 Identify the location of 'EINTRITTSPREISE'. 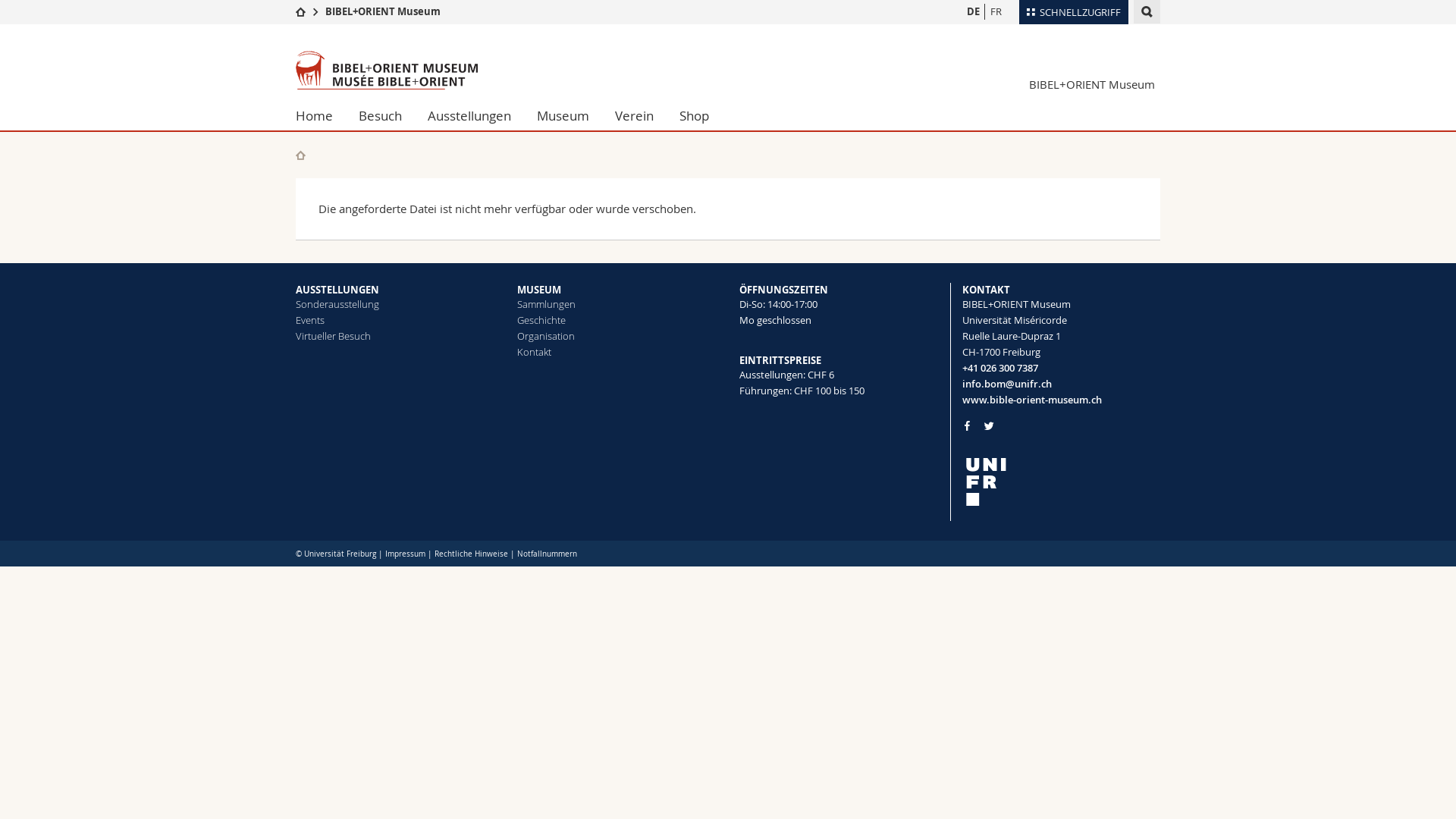
(739, 359).